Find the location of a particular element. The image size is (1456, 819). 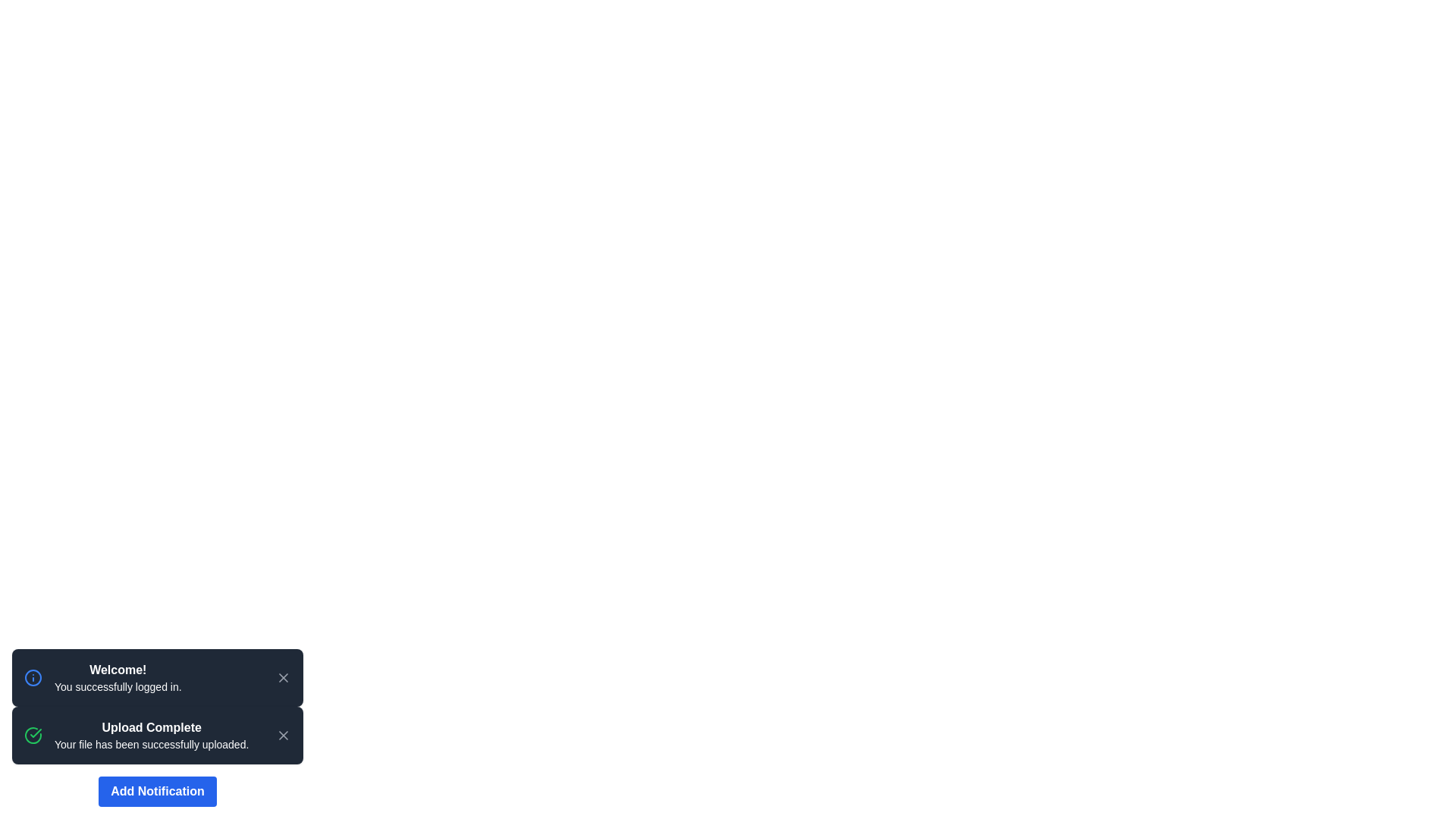

welcome message displayed in the notification box located at the bottom-left corner of the viewport, above the 'Upload Complete' notification is located at coordinates (157, 677).